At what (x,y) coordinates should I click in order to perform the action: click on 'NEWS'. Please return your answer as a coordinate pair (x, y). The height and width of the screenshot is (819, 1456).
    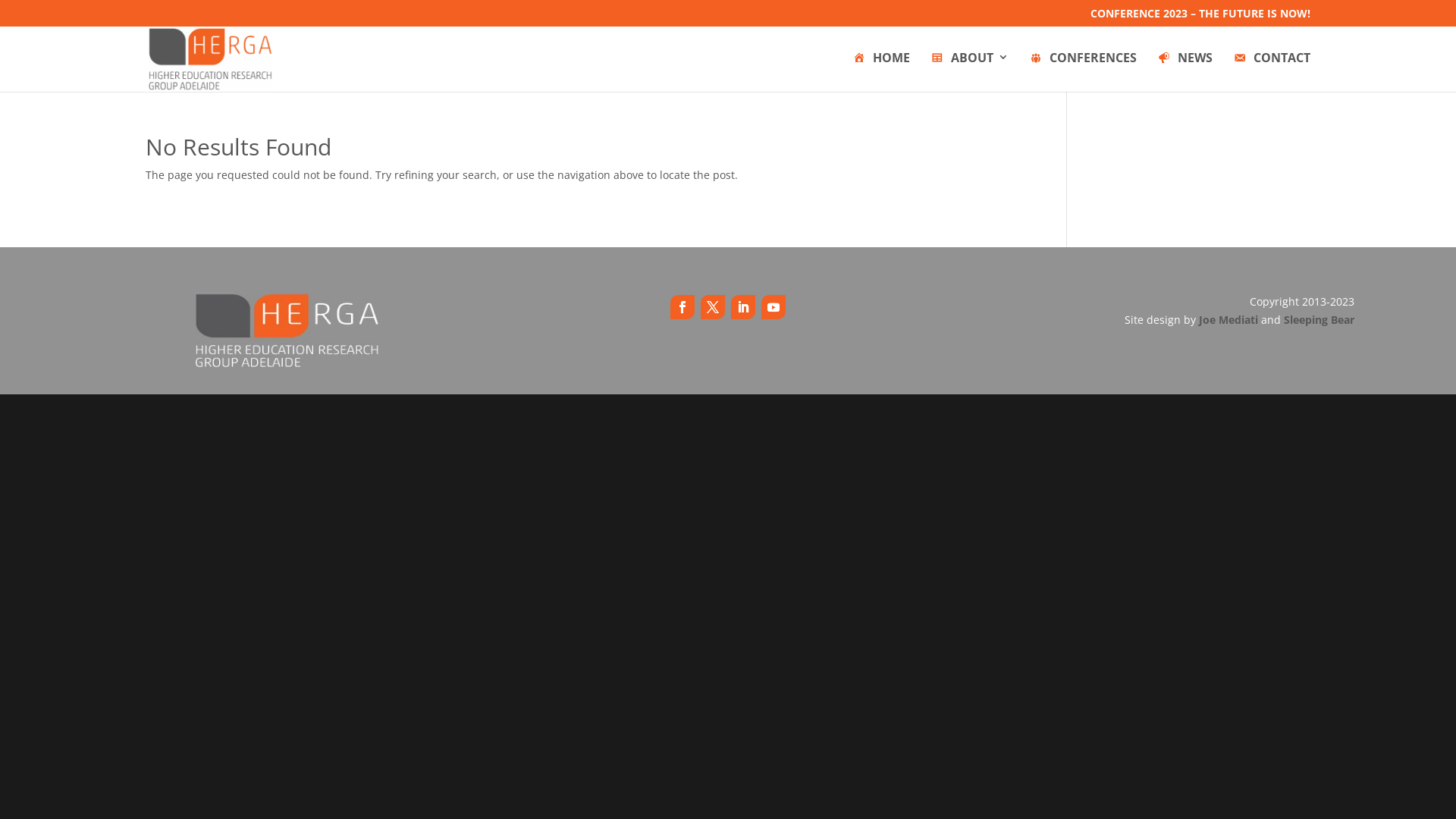
    Looking at the image, I should click on (1183, 71).